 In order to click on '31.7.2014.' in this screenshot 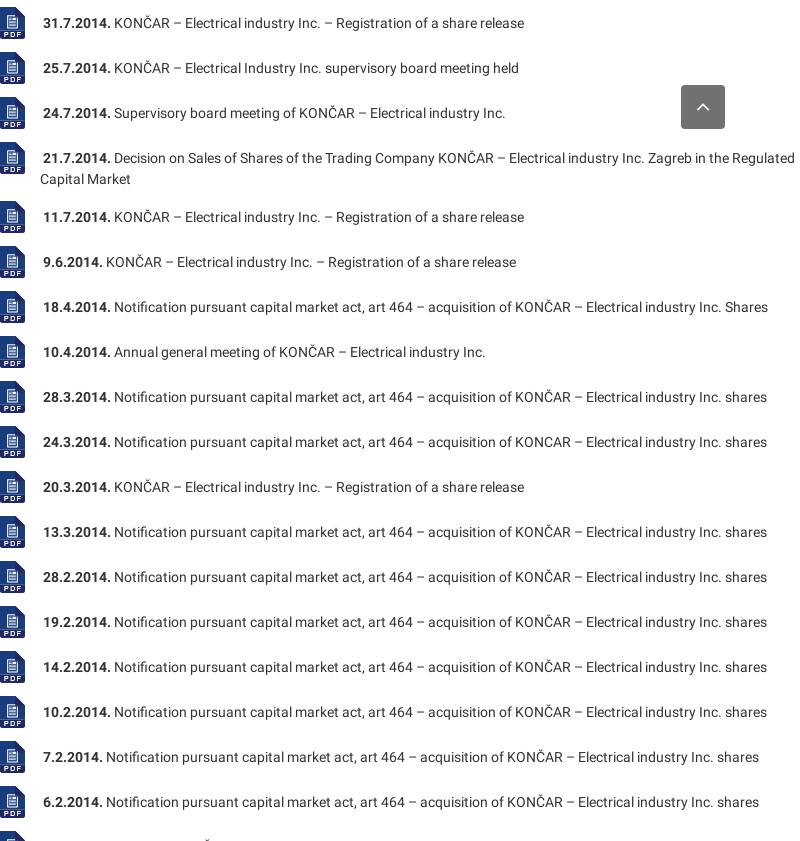, I will do `click(77, 21)`.